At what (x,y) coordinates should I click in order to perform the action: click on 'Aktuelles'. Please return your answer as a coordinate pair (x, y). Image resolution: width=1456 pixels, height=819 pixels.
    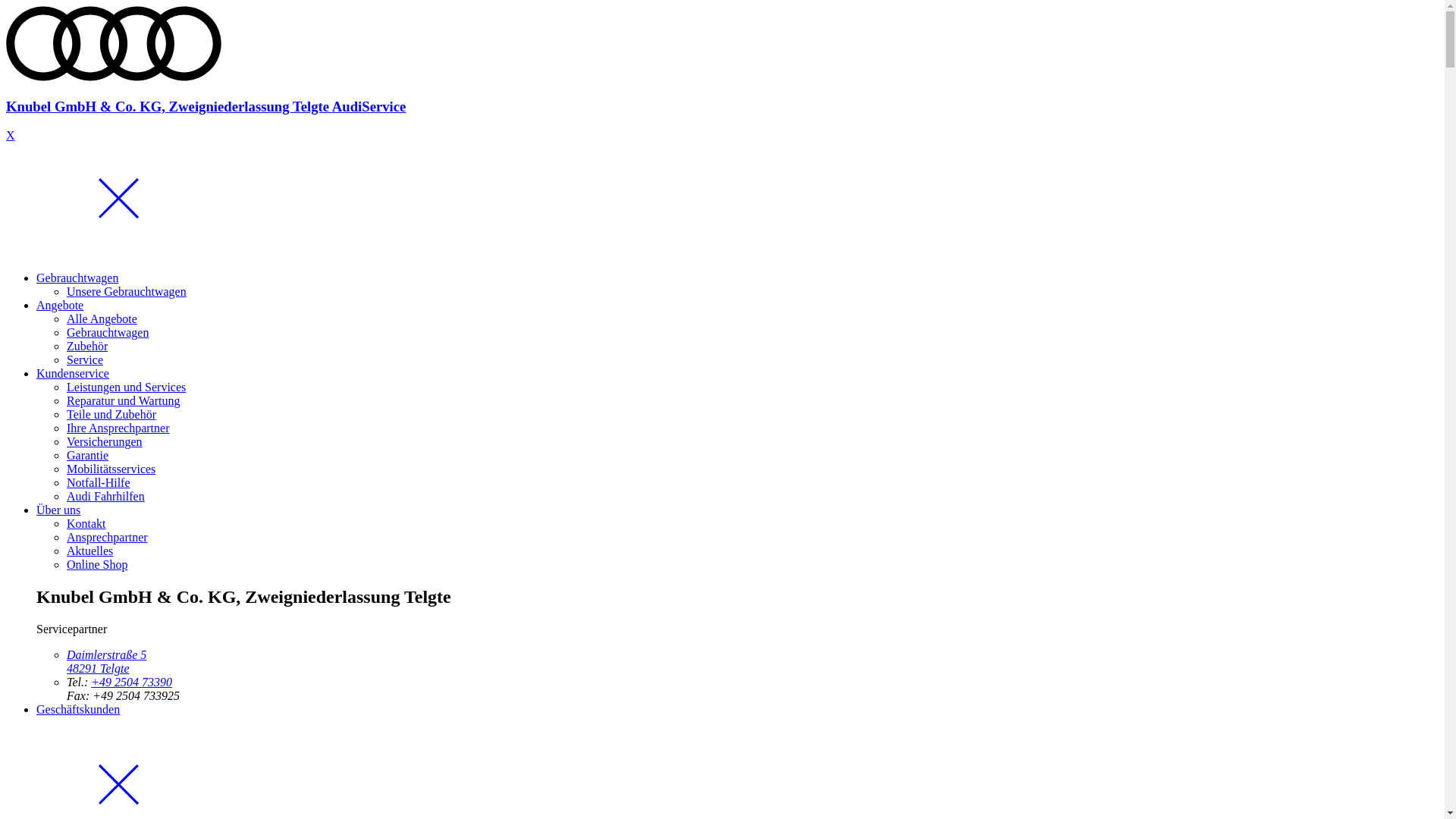
    Looking at the image, I should click on (89, 551).